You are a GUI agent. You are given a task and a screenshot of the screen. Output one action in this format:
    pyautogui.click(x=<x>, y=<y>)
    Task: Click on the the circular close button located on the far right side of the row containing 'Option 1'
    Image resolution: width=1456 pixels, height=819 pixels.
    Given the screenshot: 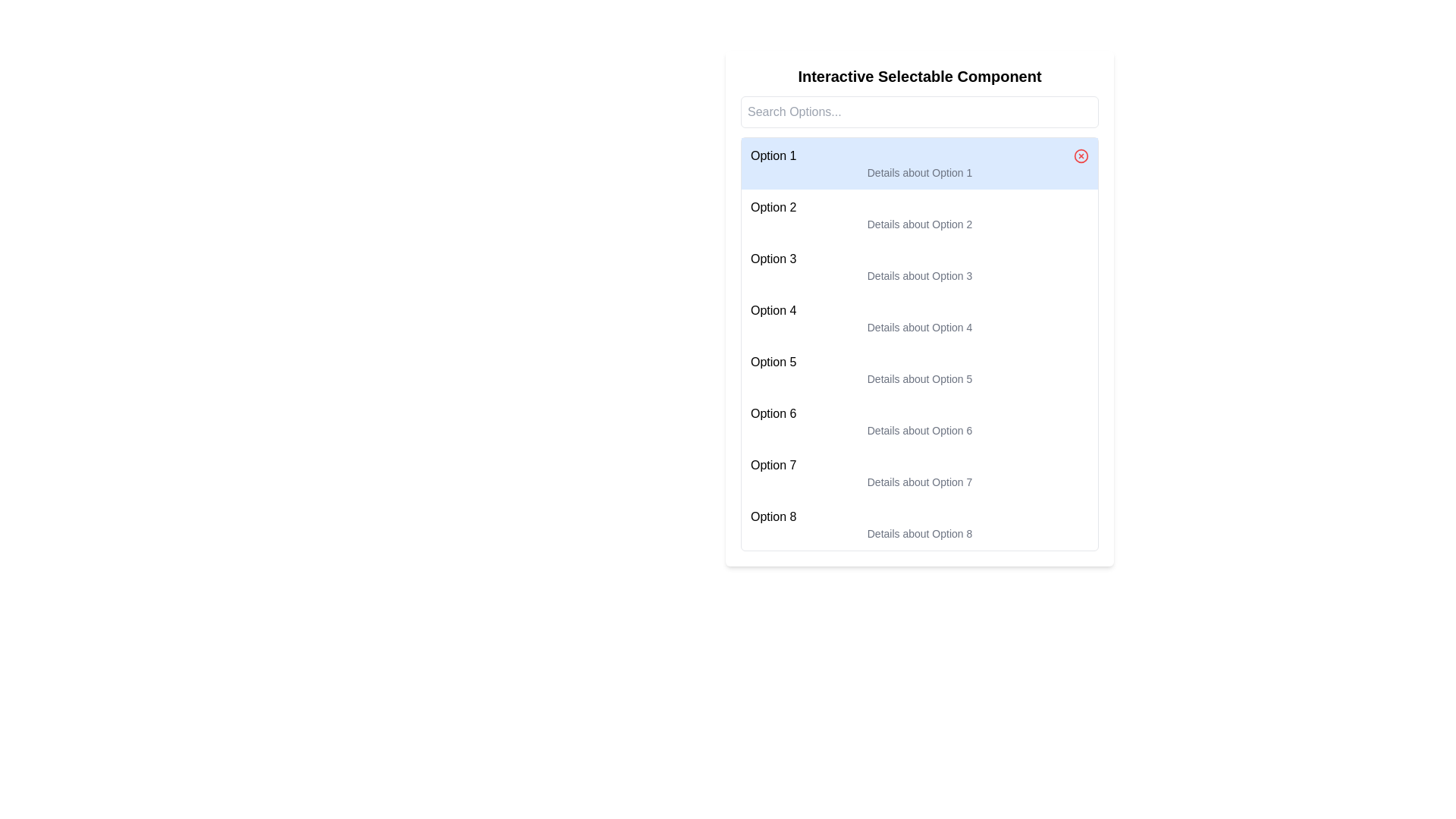 What is the action you would take?
    pyautogui.click(x=1080, y=155)
    